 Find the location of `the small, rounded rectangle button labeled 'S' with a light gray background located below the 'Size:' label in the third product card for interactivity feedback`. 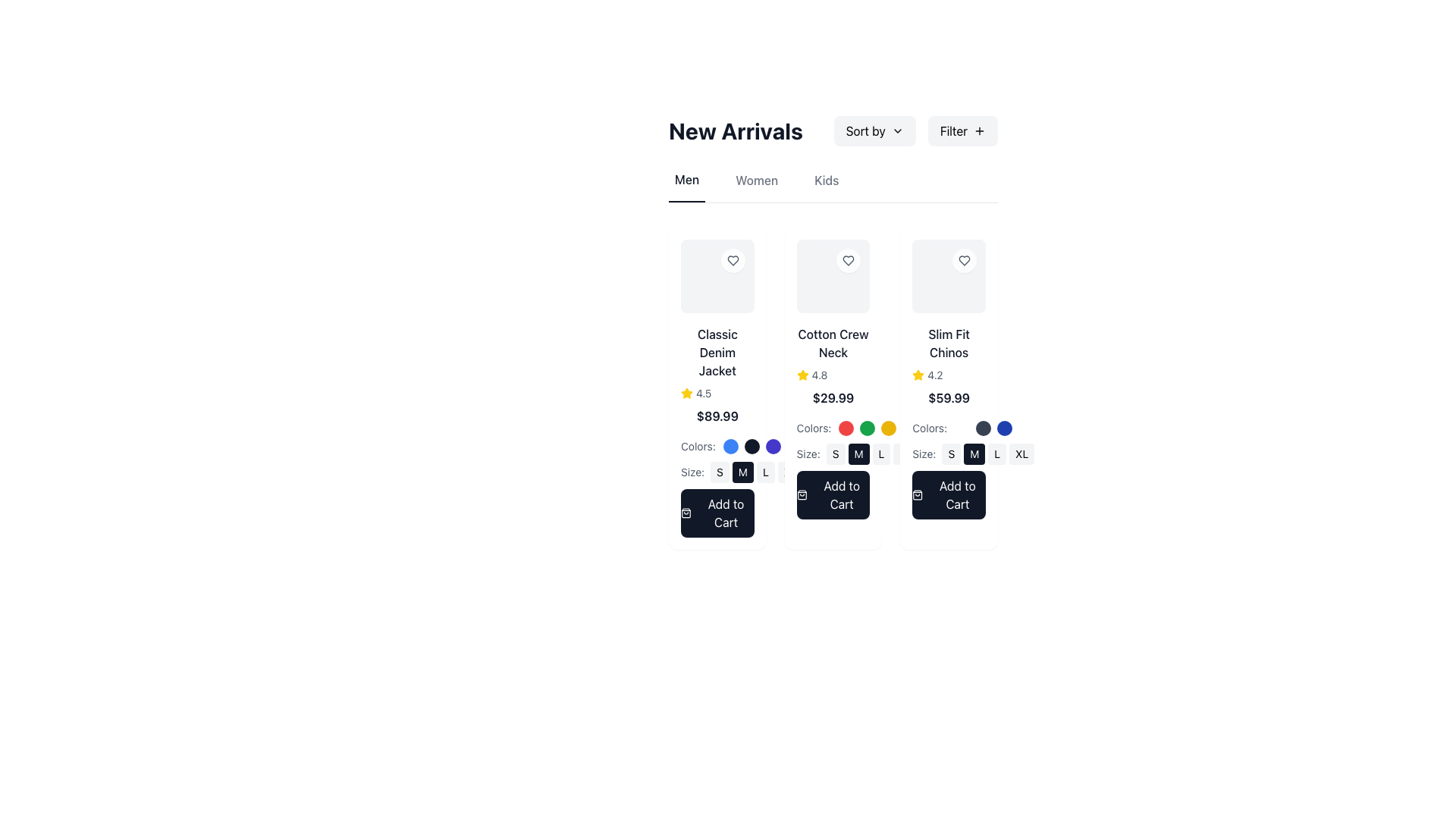

the small, rounded rectangle button labeled 'S' with a light gray background located below the 'Size:' label in the third product card for interactivity feedback is located at coordinates (950, 453).